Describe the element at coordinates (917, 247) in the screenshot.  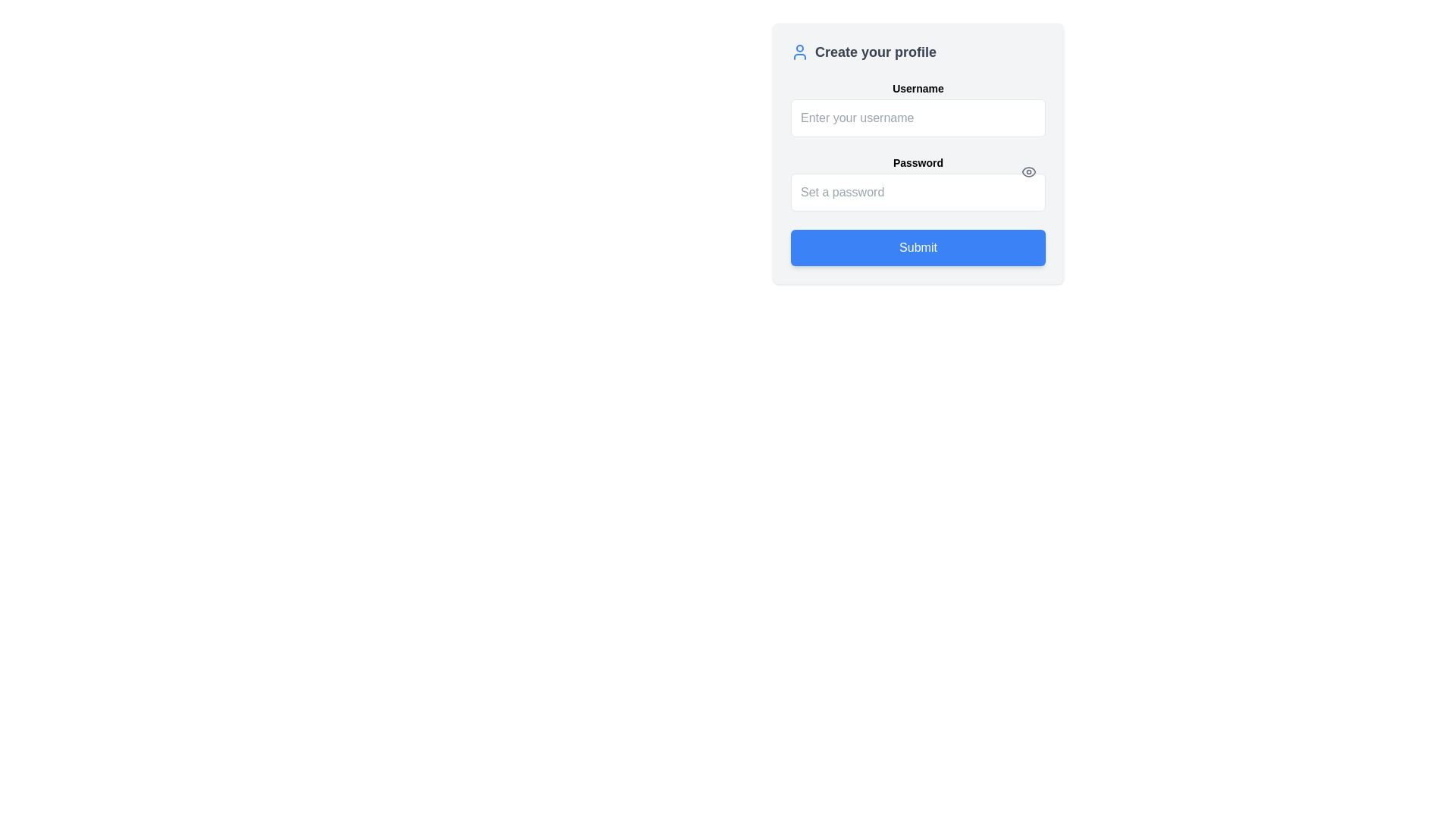
I see `the 'Submit' button located at the bottom of the form` at that location.